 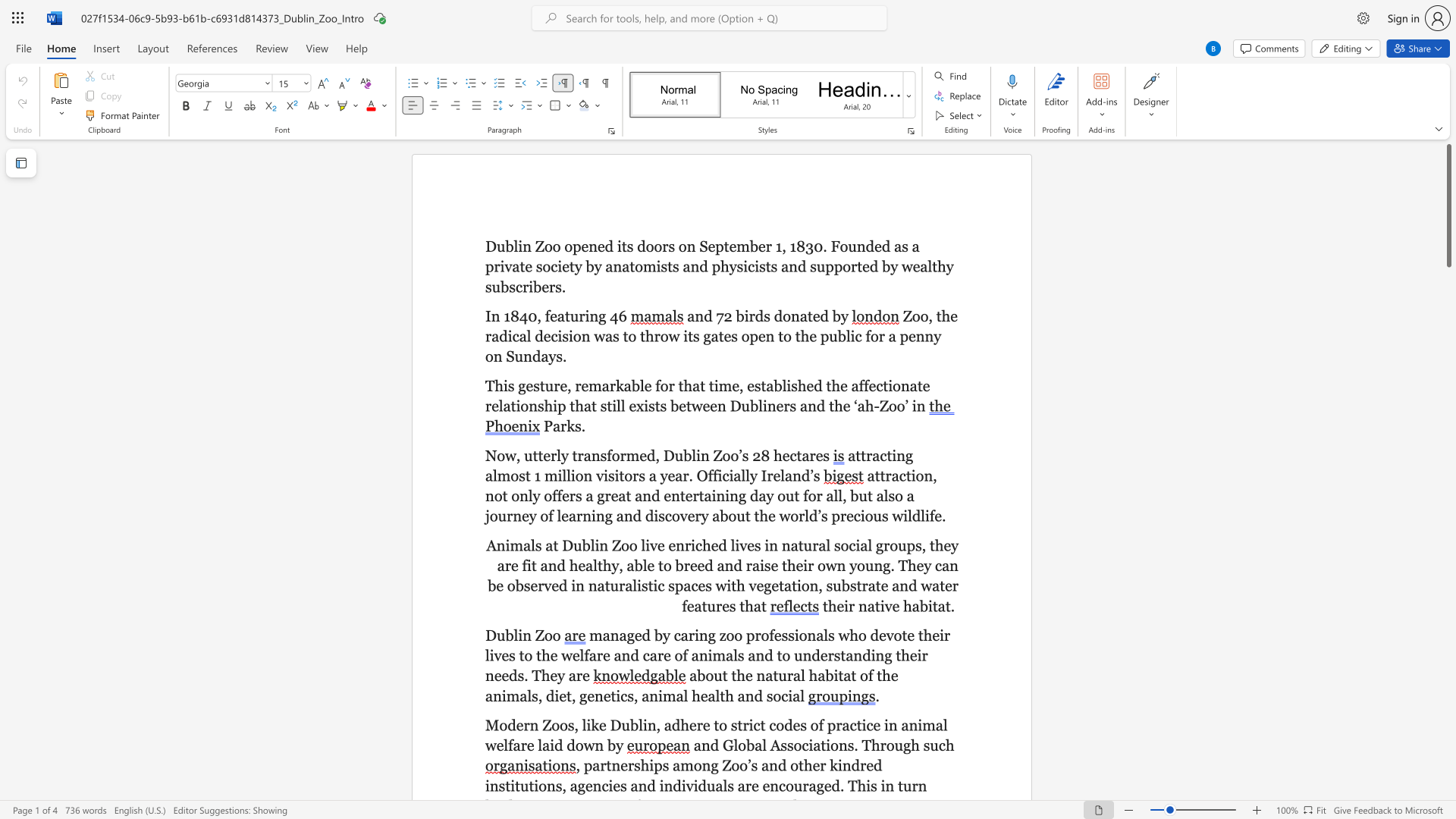 I want to click on the 8th character "e" in the text, so click(x=651, y=565).